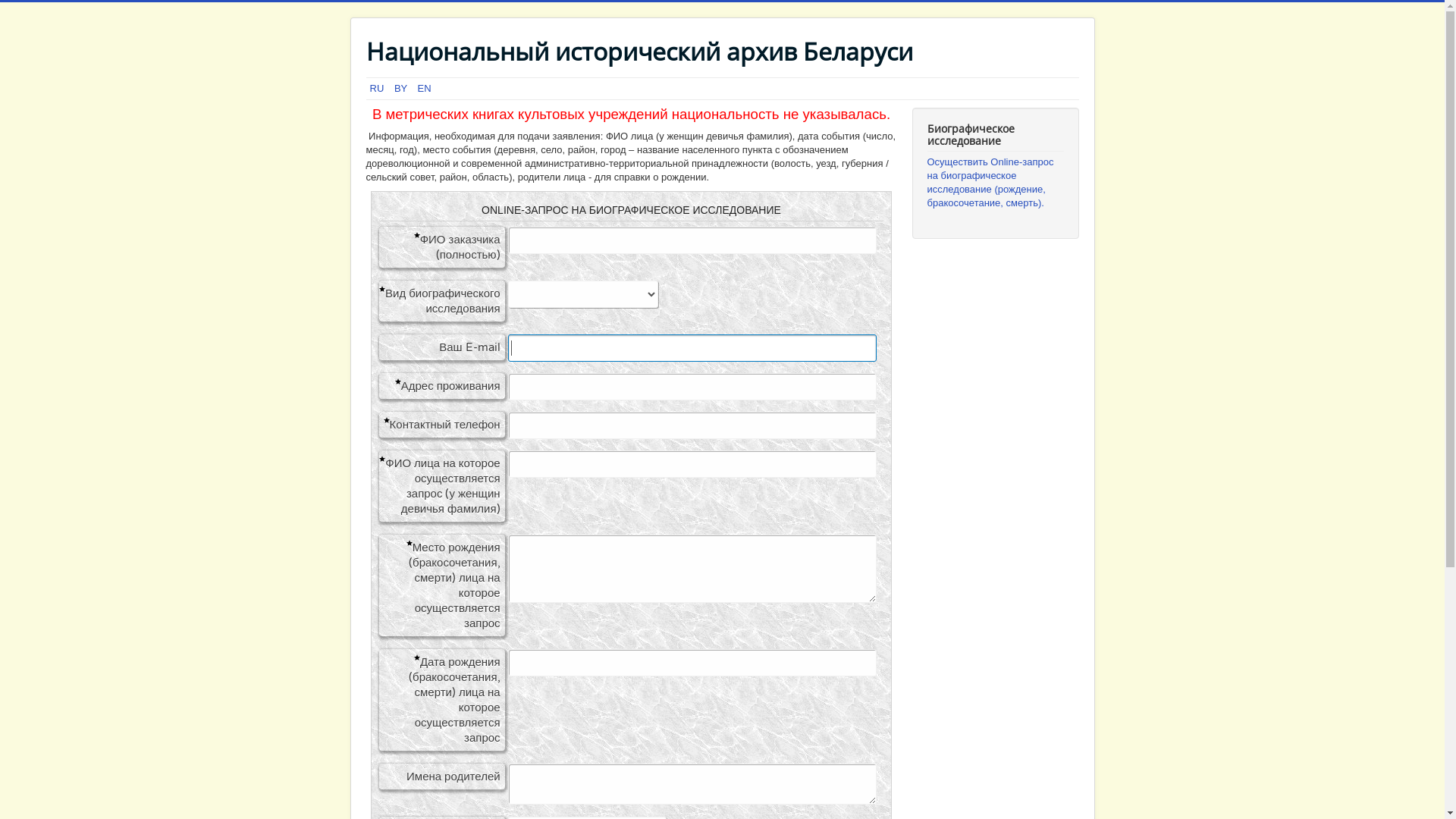 The height and width of the screenshot is (819, 1456). What do you see at coordinates (370, 88) in the screenshot?
I see `'RU'` at bounding box center [370, 88].